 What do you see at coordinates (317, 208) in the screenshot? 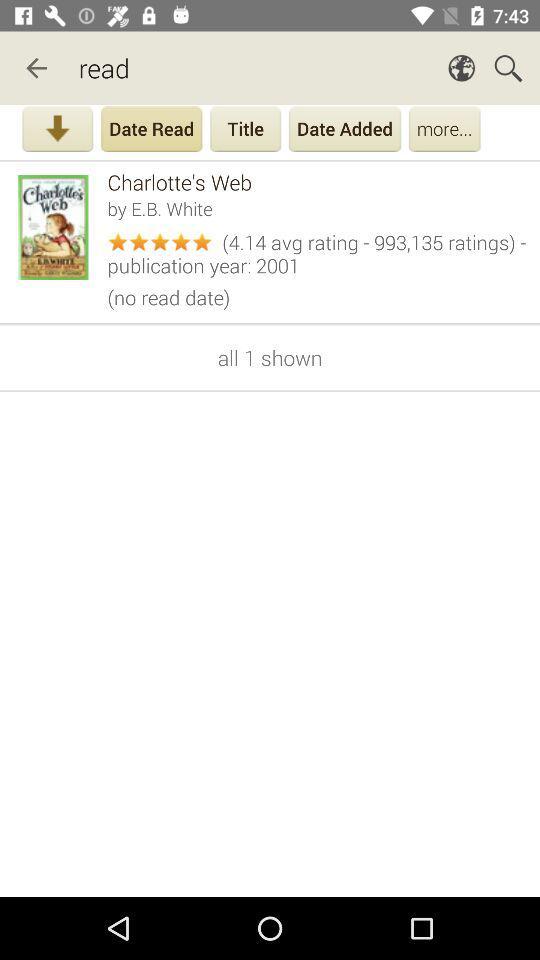
I see `by e b item` at bounding box center [317, 208].